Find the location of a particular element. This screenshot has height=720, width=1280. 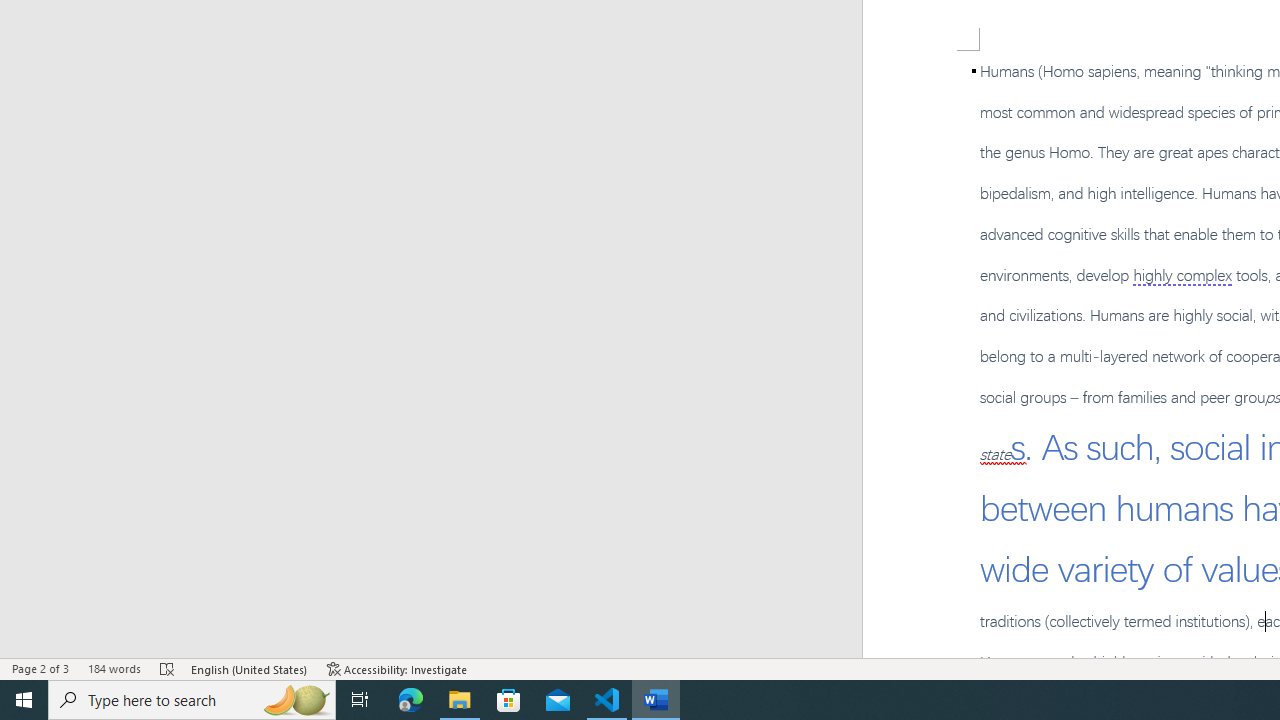

'Page Number Page 2 of 3' is located at coordinates (40, 669).